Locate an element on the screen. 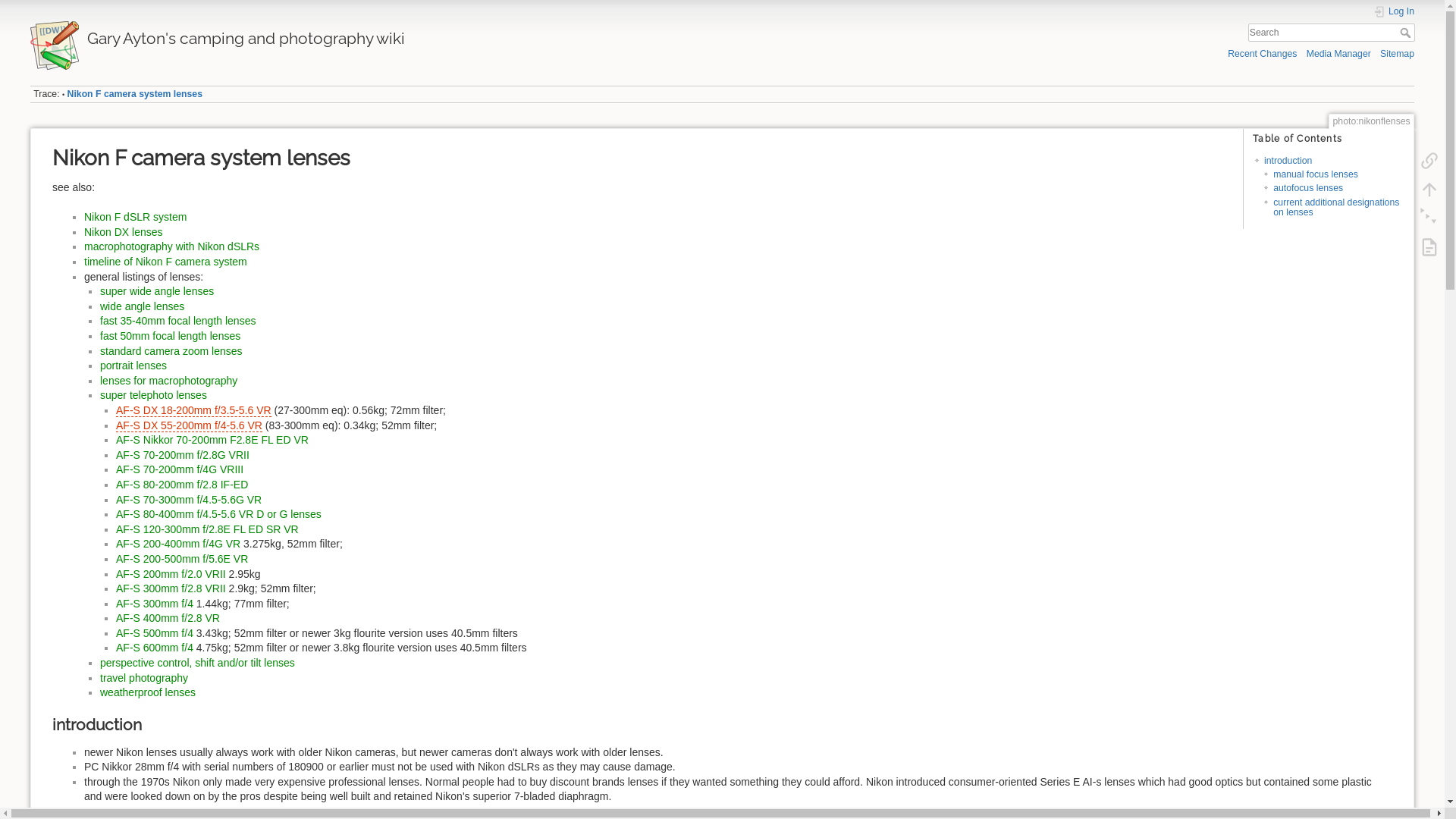 The image size is (1456, 819). 'AF-S 400mm f/2.8 VR' is located at coordinates (168, 617).